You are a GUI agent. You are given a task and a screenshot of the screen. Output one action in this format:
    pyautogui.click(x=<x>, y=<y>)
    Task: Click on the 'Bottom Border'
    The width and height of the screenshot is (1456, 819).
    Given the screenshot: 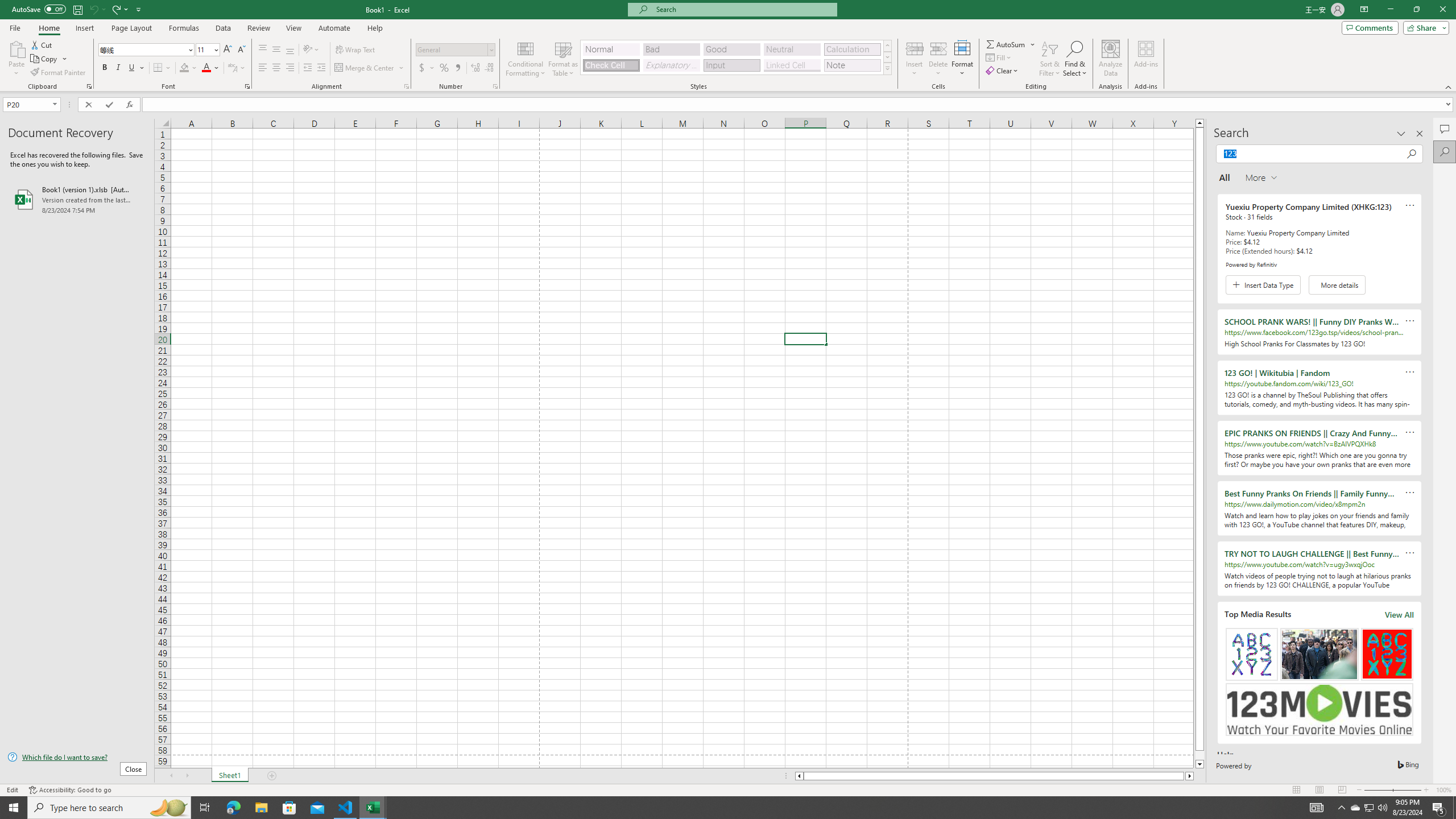 What is the action you would take?
    pyautogui.click(x=158, y=67)
    